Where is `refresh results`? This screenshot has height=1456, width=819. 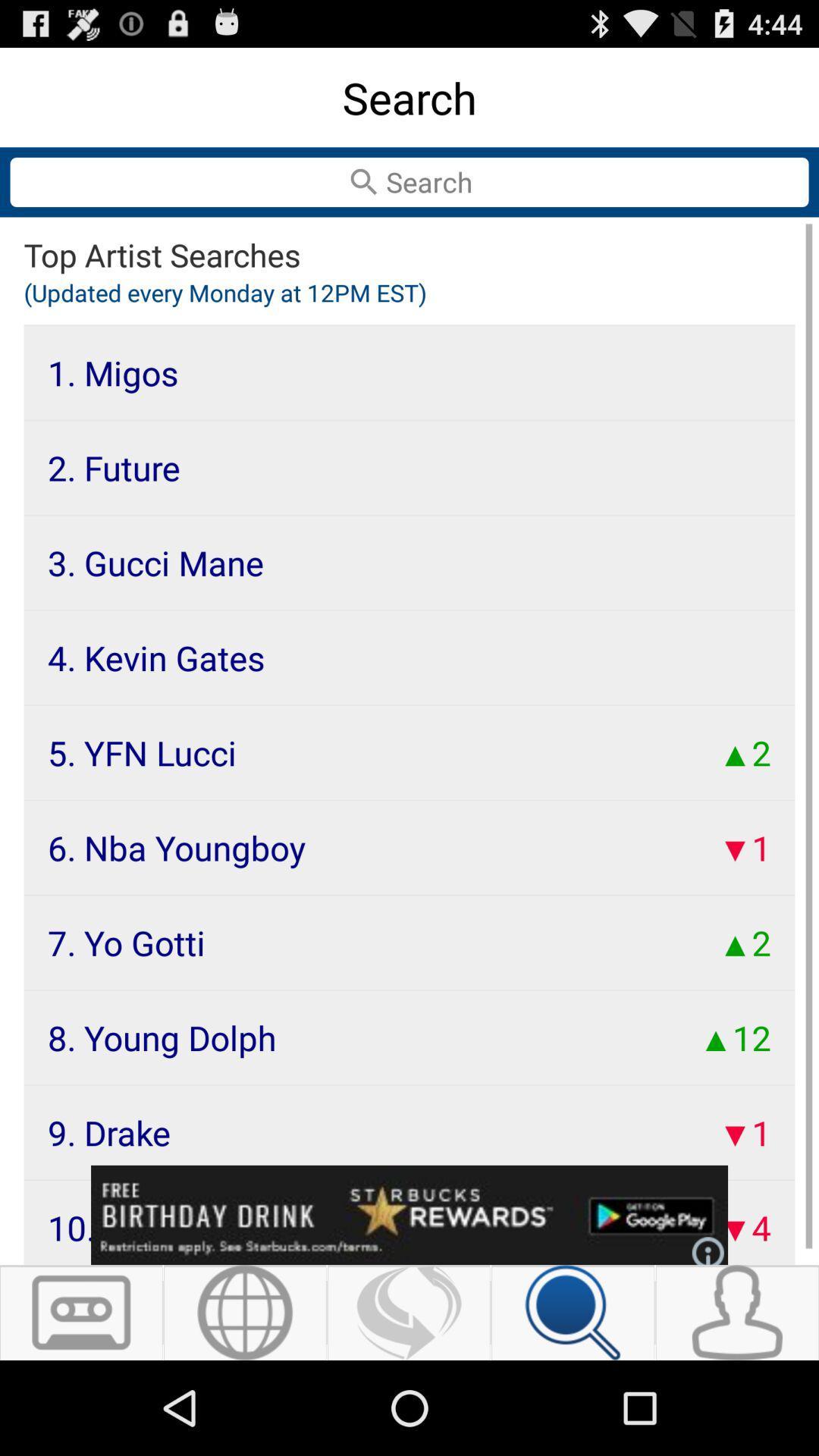
refresh results is located at coordinates (408, 1312).